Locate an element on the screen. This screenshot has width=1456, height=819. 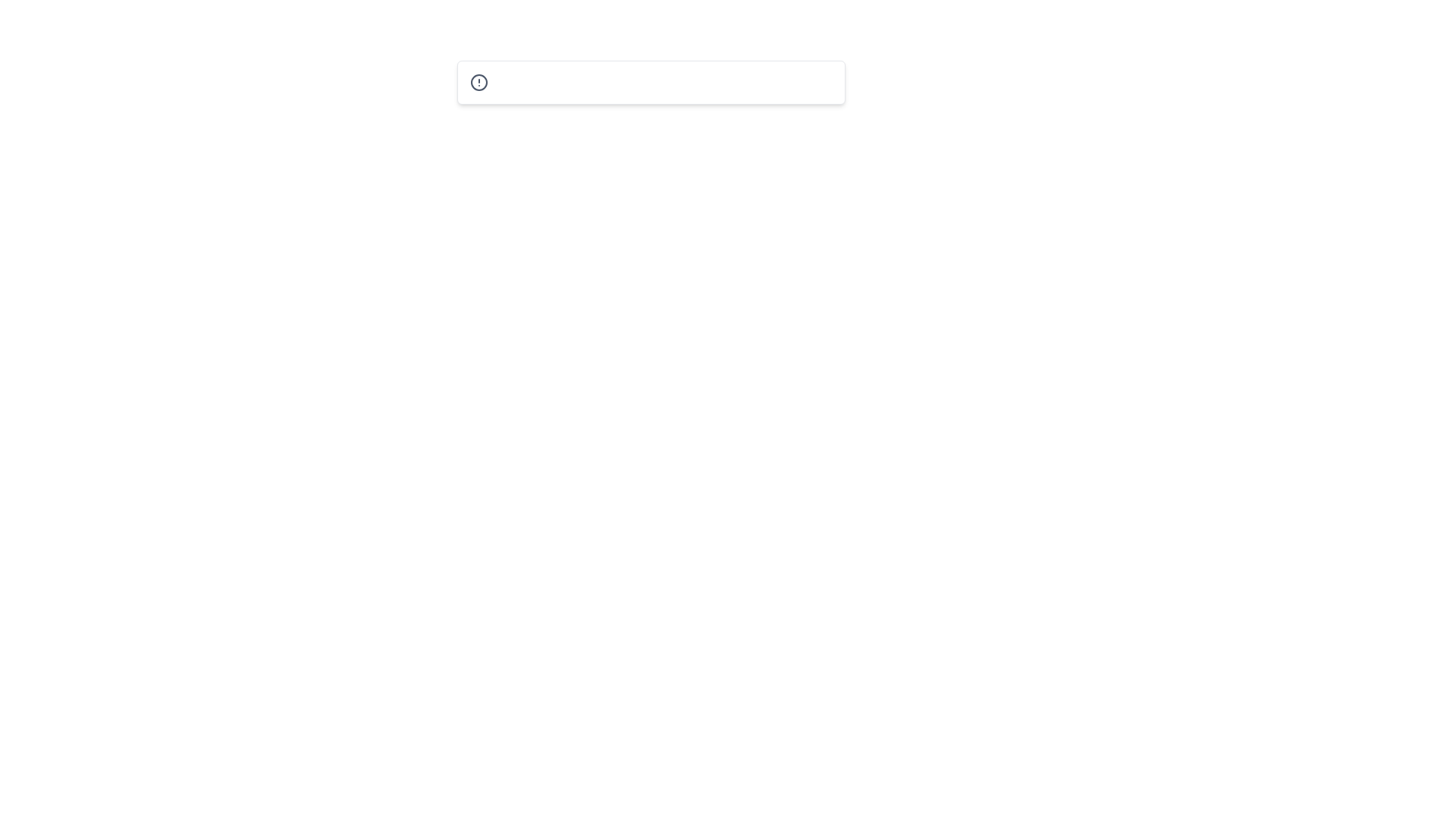
the warning indicator icon located at the top-left corner of the rectangular card with a white background and shadowed styling is located at coordinates (478, 82).